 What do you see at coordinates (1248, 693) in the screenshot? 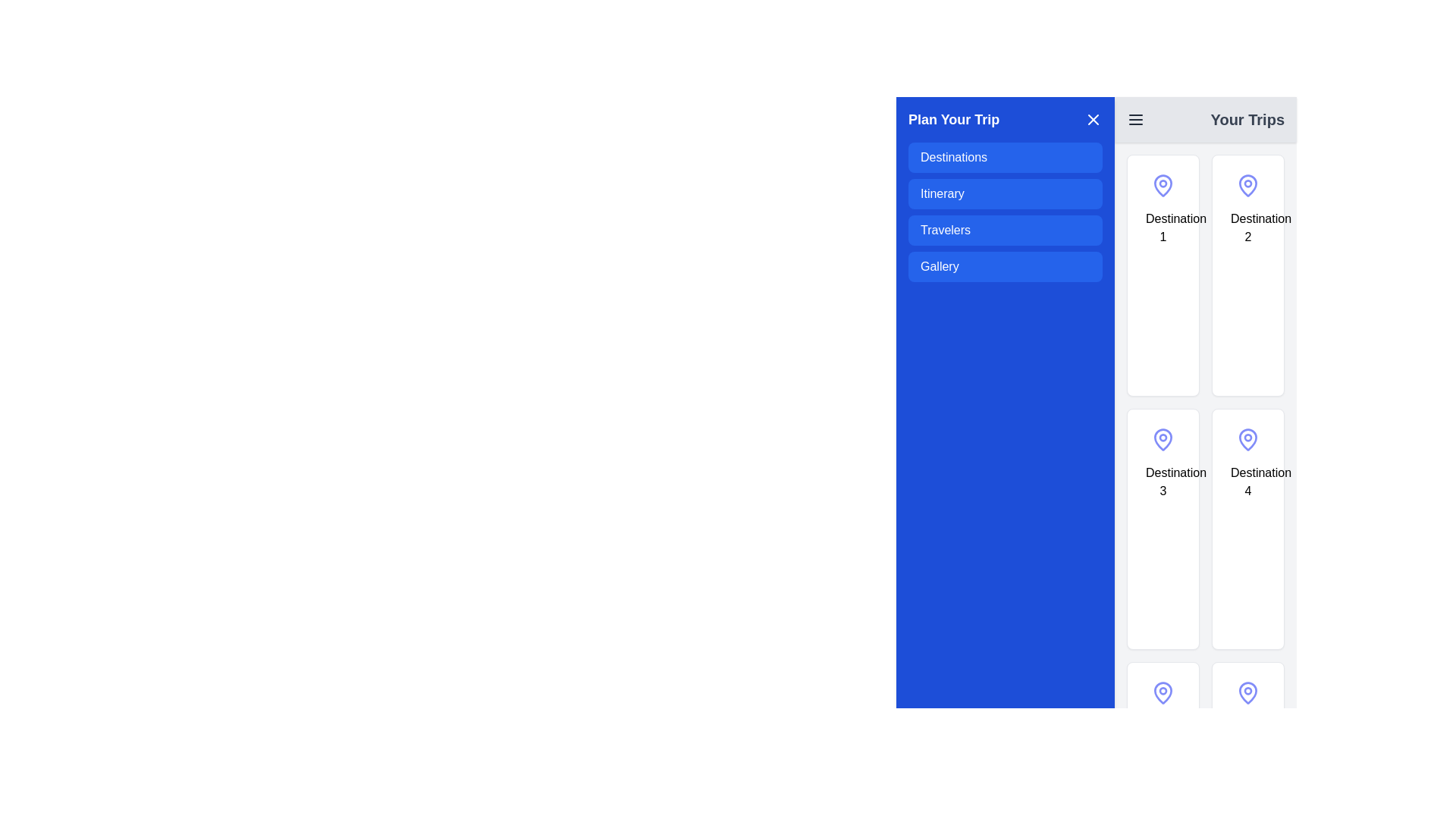
I see `the geography-related icon located in 'Destination 6' card at the bottom row` at bounding box center [1248, 693].